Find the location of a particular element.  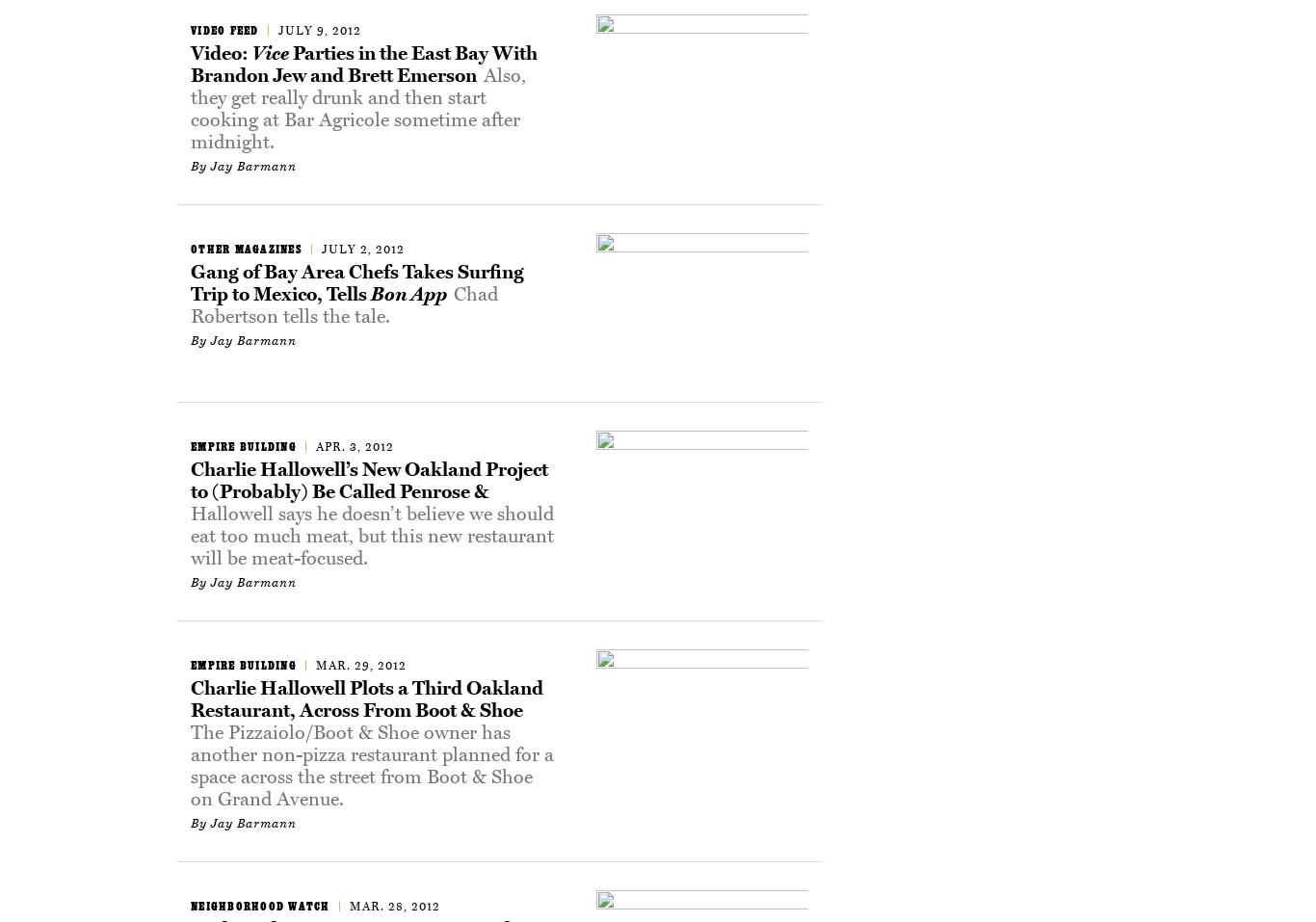

'Charlie Hallowell Plots a Third Oakland Restaurant, Across From Boot & Shoe' is located at coordinates (365, 698).